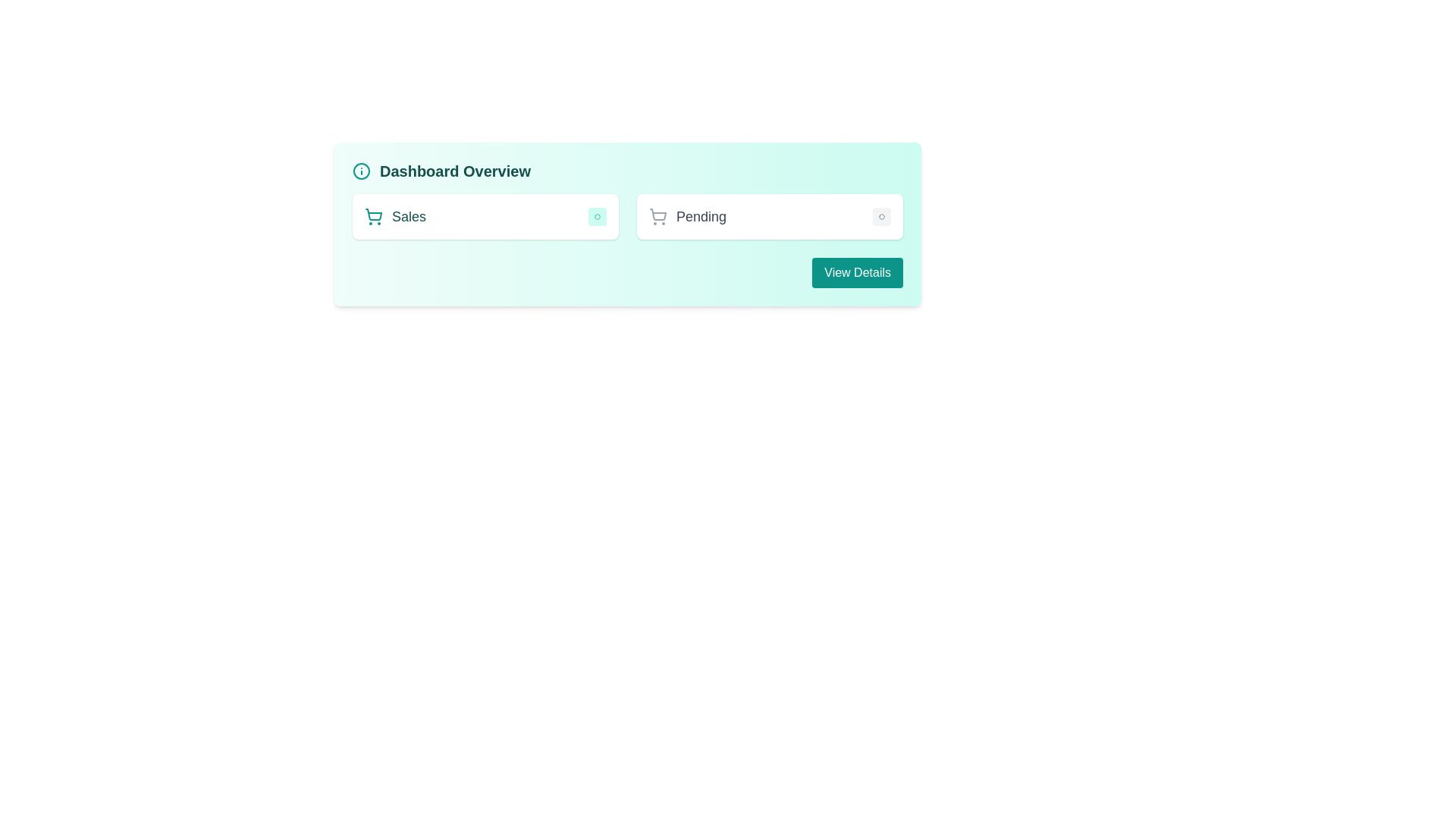 Image resolution: width=1456 pixels, height=819 pixels. What do you see at coordinates (701, 216) in the screenshot?
I see `the 'Pending' status label, which is a medium-sized, gray text label indicating status, located to the right of a shopping cart icon in the dashboard overview card` at bounding box center [701, 216].